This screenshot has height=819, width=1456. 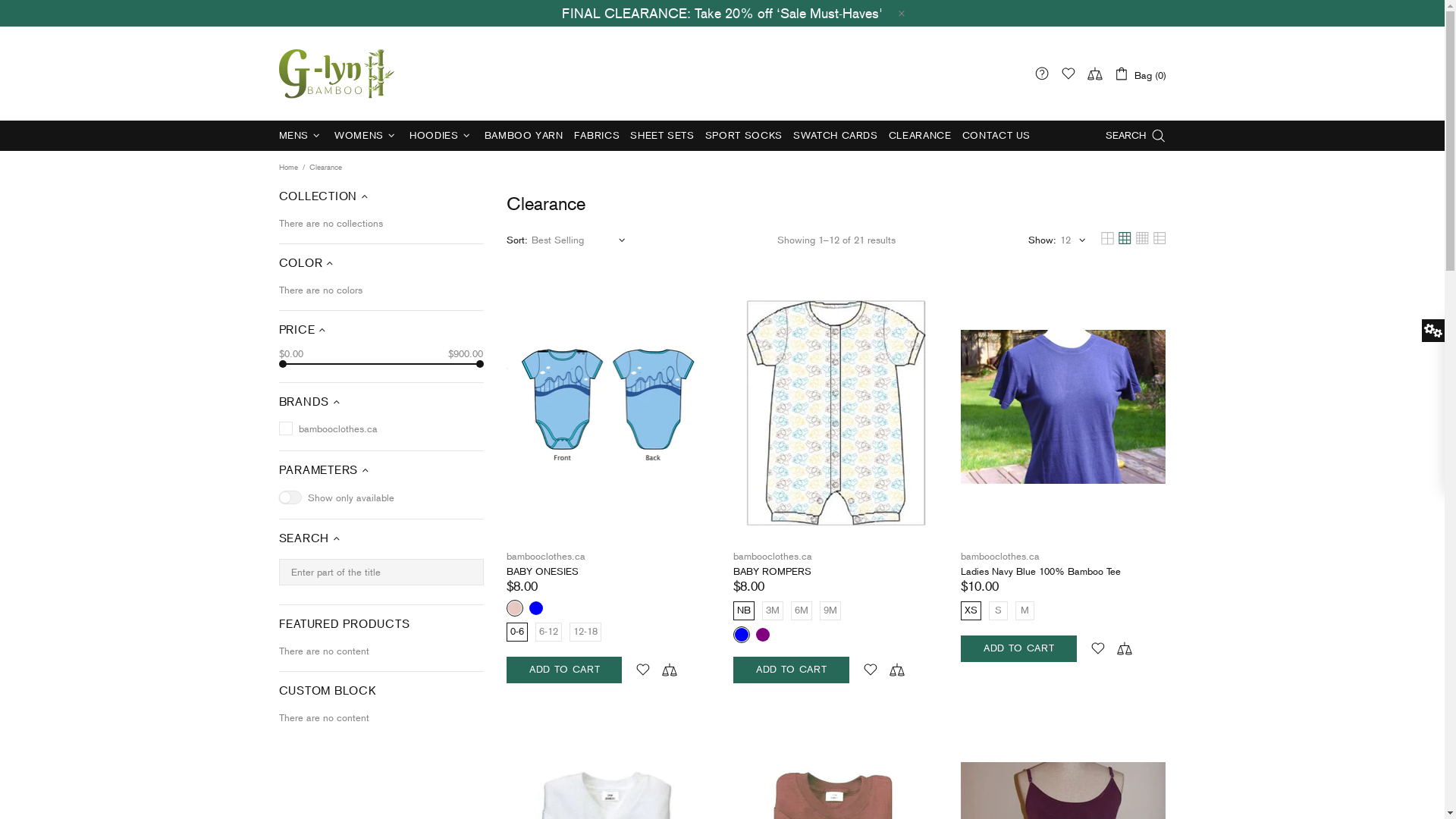 What do you see at coordinates (366, 134) in the screenshot?
I see `'WOMENS'` at bounding box center [366, 134].